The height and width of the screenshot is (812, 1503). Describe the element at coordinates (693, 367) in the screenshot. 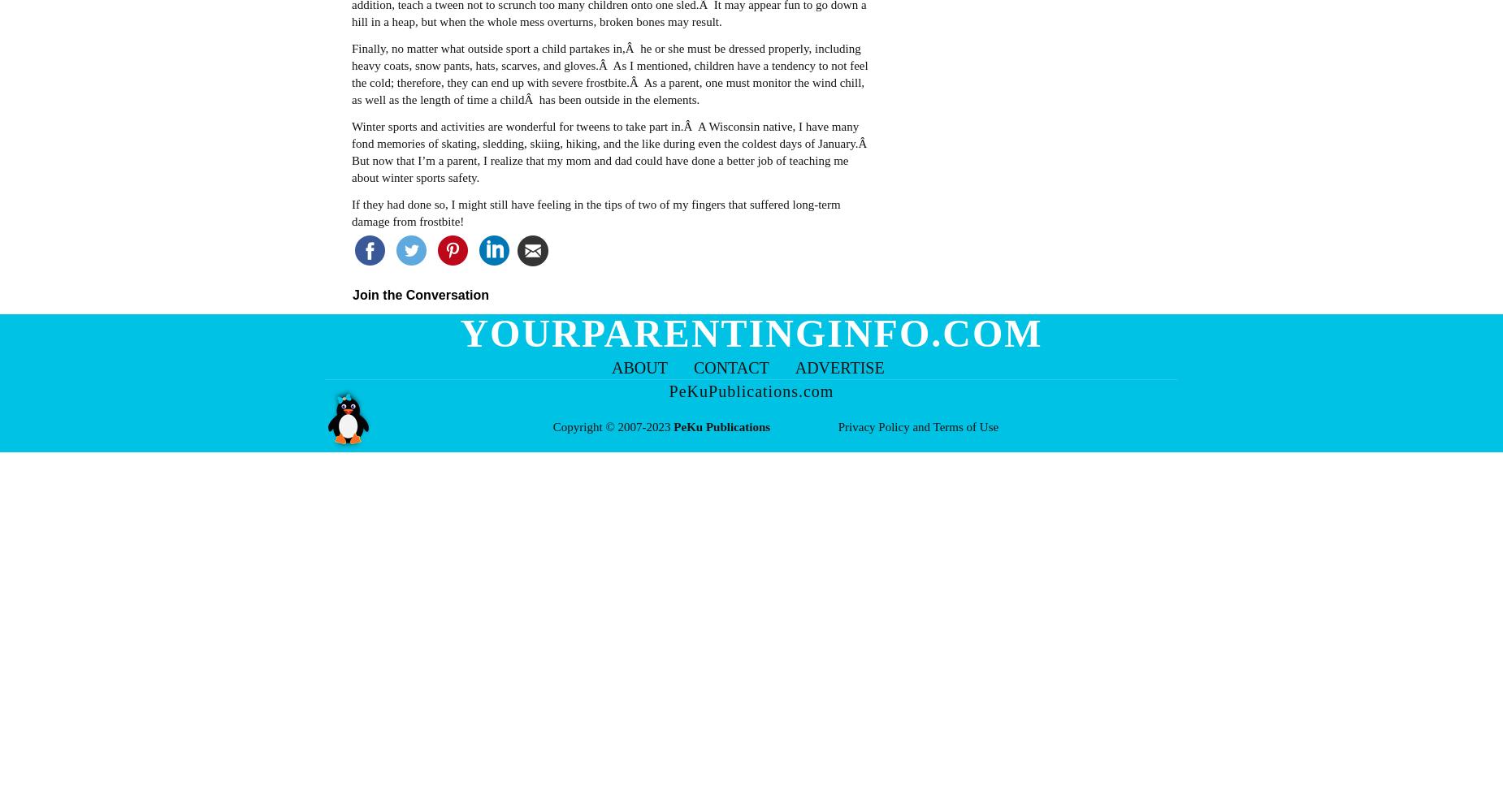

I see `'Contact'` at that location.